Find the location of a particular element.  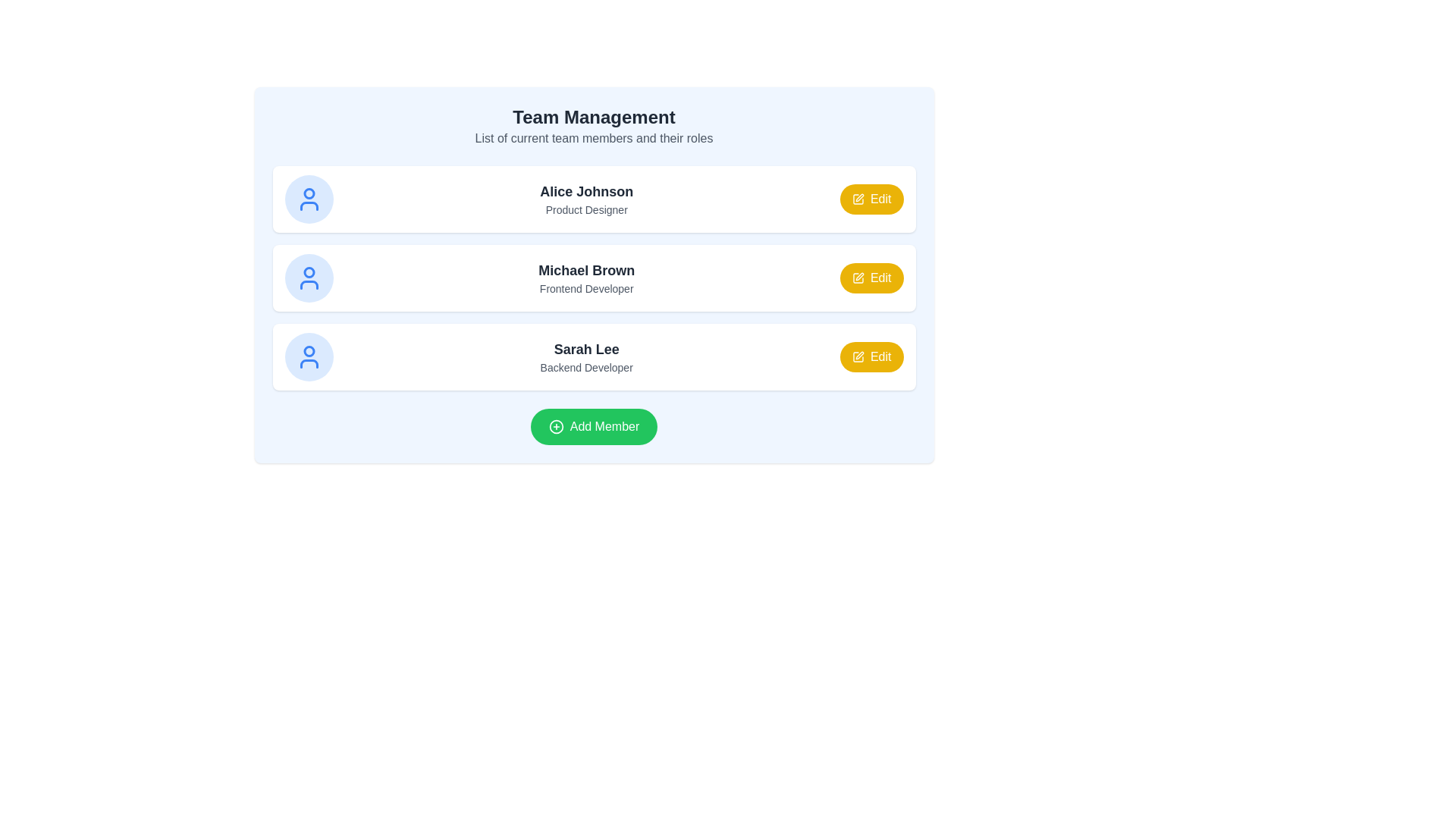

the green 'Add Member' button with a white '+' icon is located at coordinates (593, 427).